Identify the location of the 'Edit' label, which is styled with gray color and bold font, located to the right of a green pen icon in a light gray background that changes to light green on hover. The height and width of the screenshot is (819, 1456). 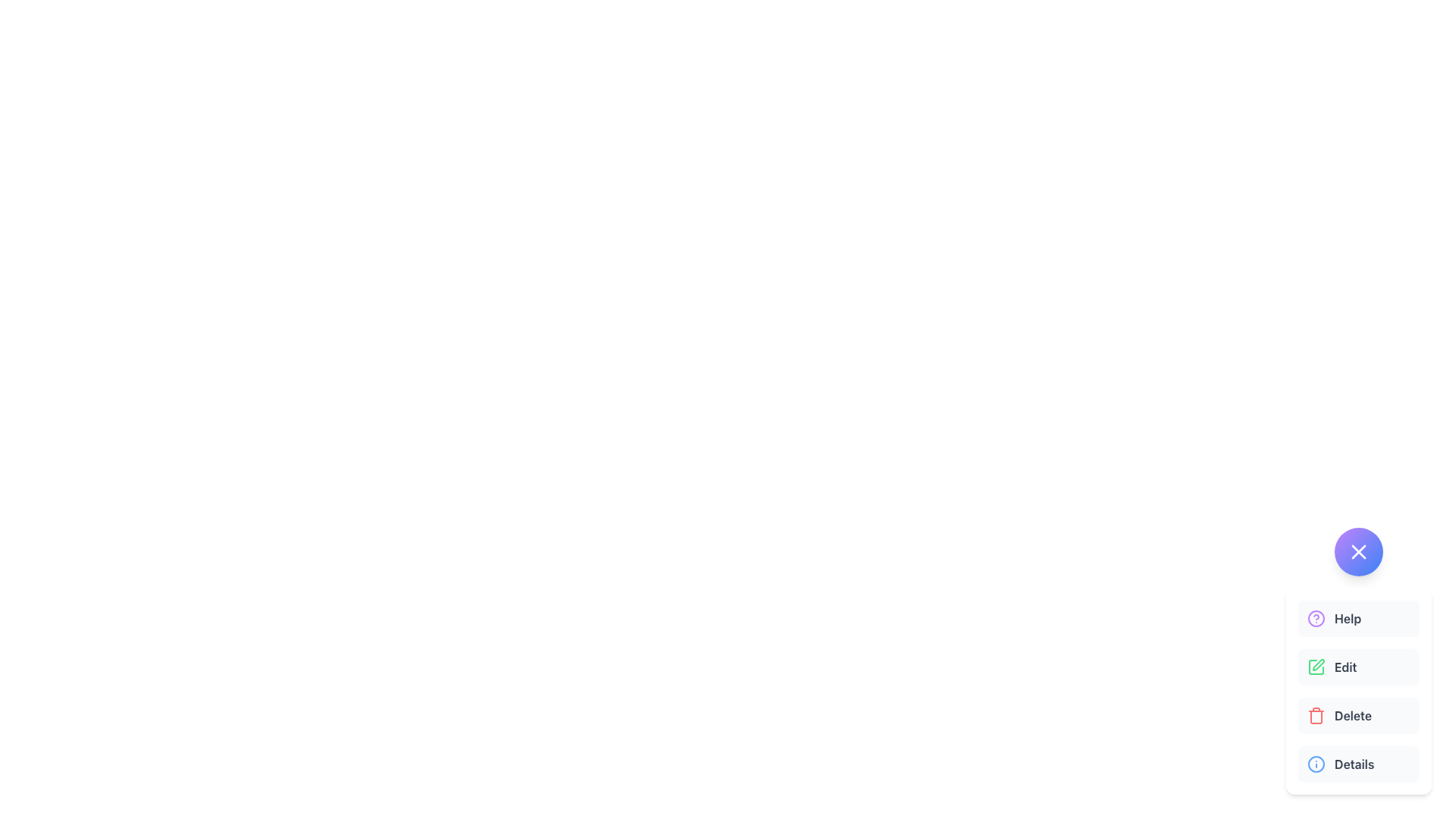
(1345, 666).